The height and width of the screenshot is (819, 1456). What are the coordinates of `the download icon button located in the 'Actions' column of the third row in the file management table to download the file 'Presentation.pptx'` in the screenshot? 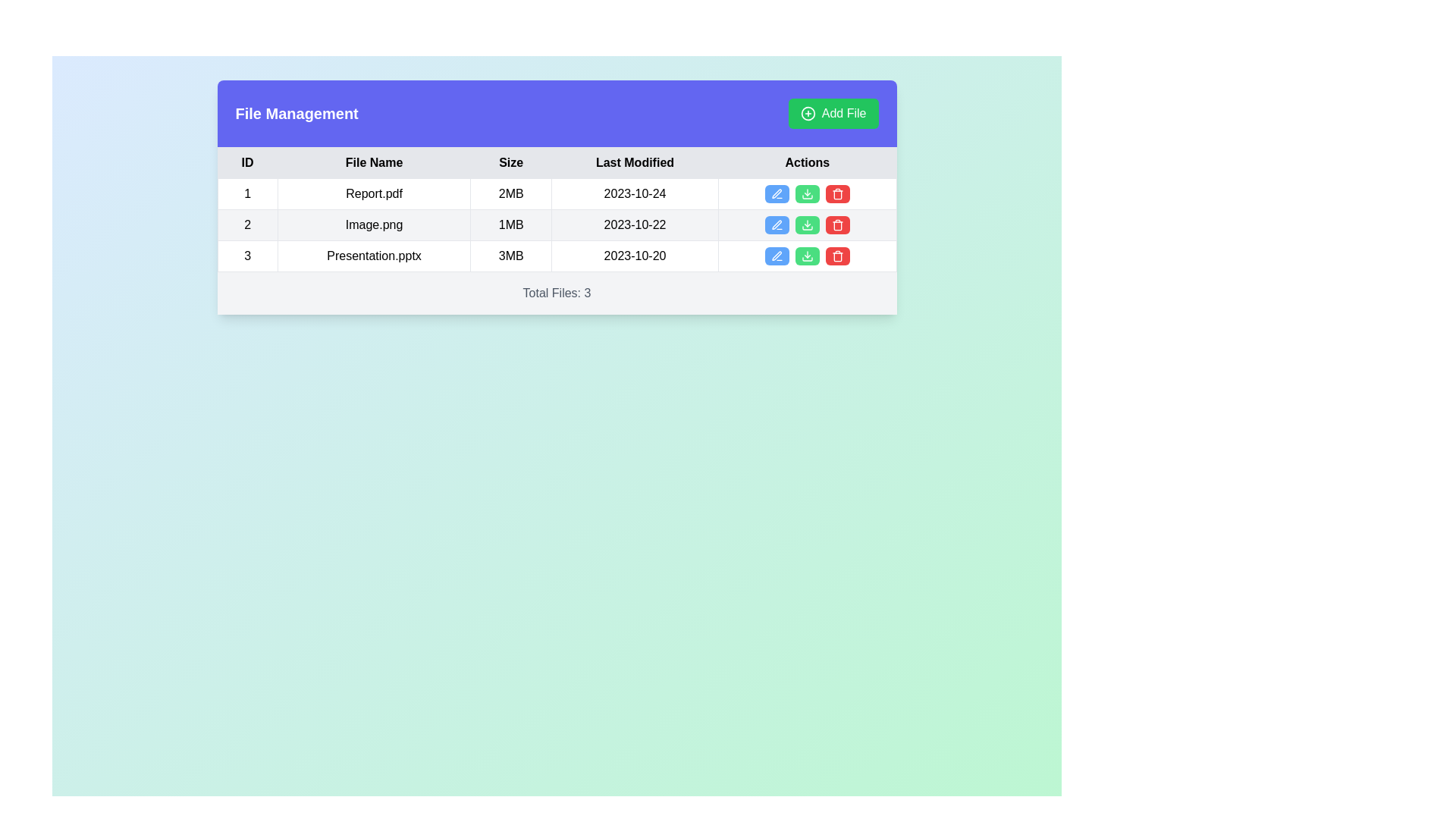 It's located at (806, 225).